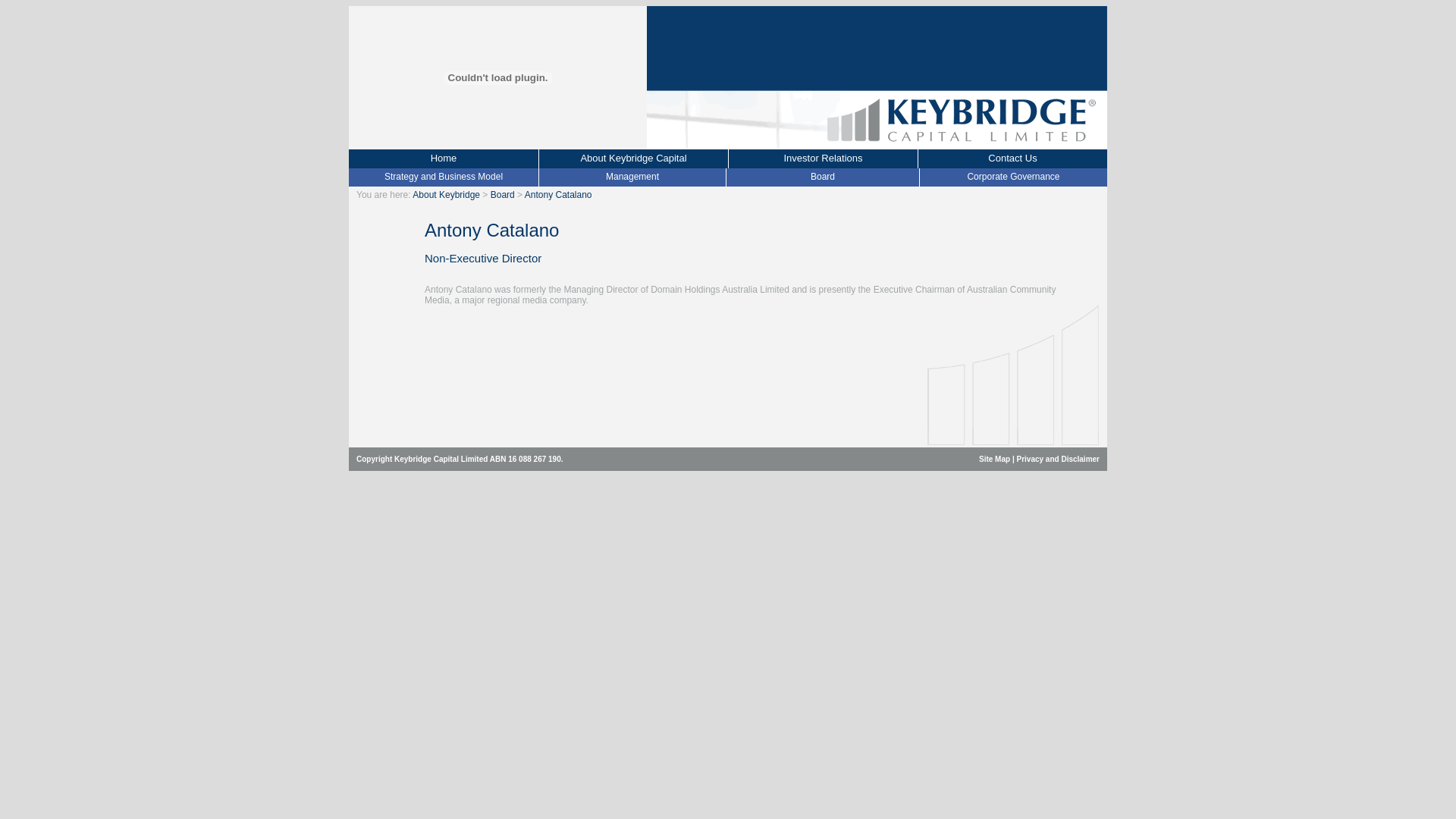 This screenshot has height=819, width=1456. I want to click on 'About Keybridge', so click(445, 194).